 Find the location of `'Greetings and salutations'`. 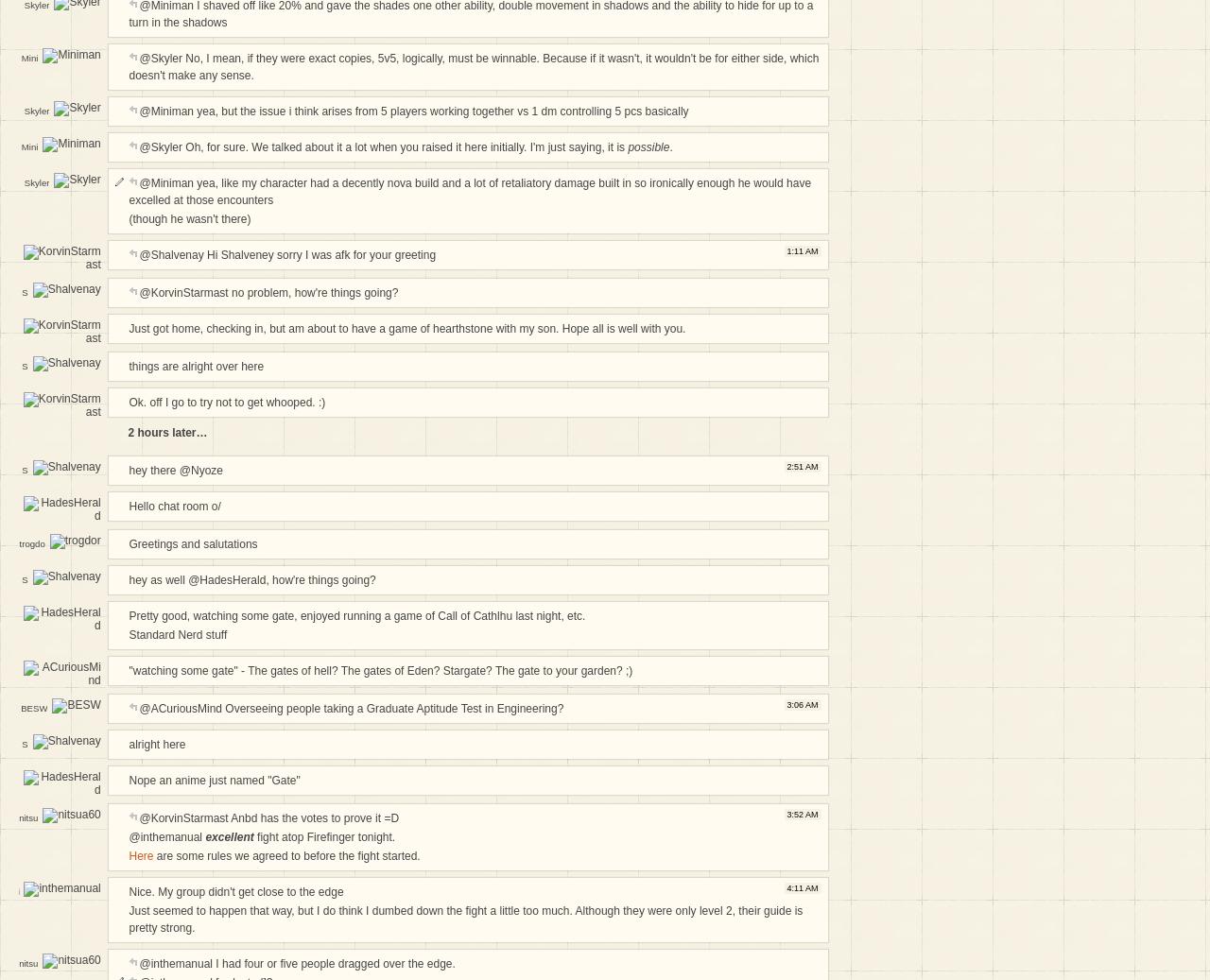

'Greetings and salutations' is located at coordinates (193, 543).